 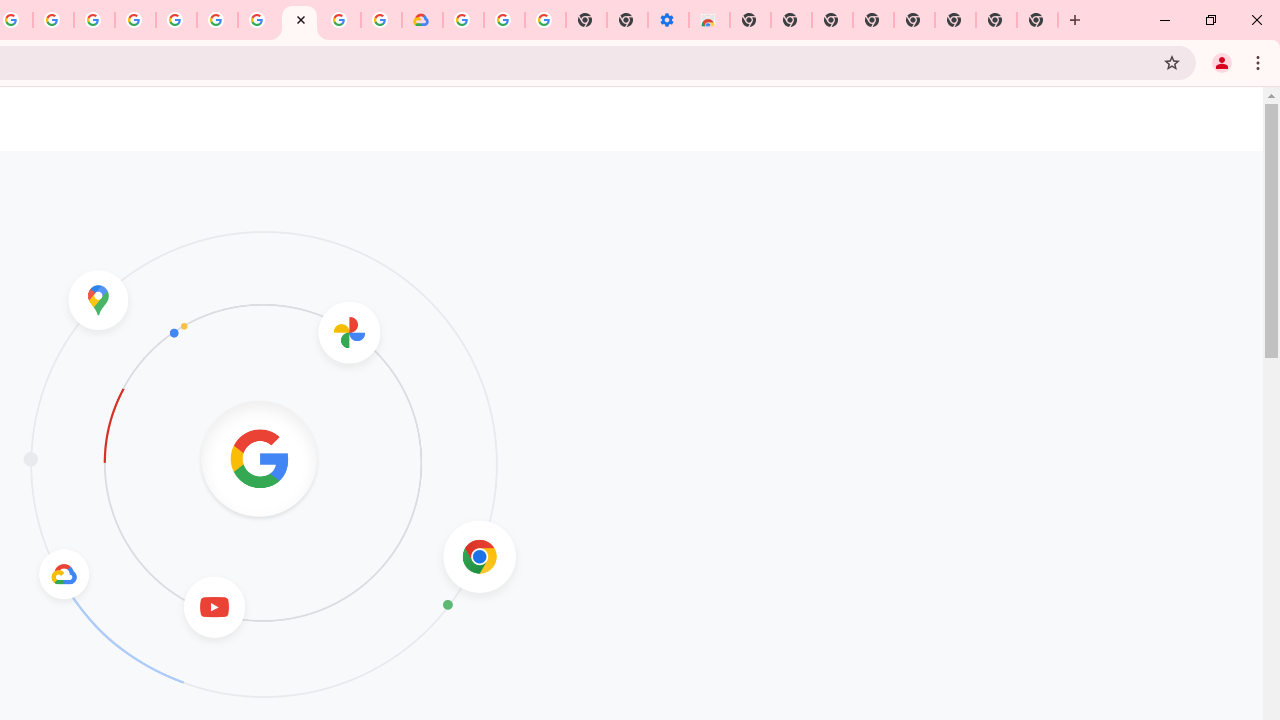 What do you see at coordinates (1220, 61) in the screenshot?
I see `'You'` at bounding box center [1220, 61].